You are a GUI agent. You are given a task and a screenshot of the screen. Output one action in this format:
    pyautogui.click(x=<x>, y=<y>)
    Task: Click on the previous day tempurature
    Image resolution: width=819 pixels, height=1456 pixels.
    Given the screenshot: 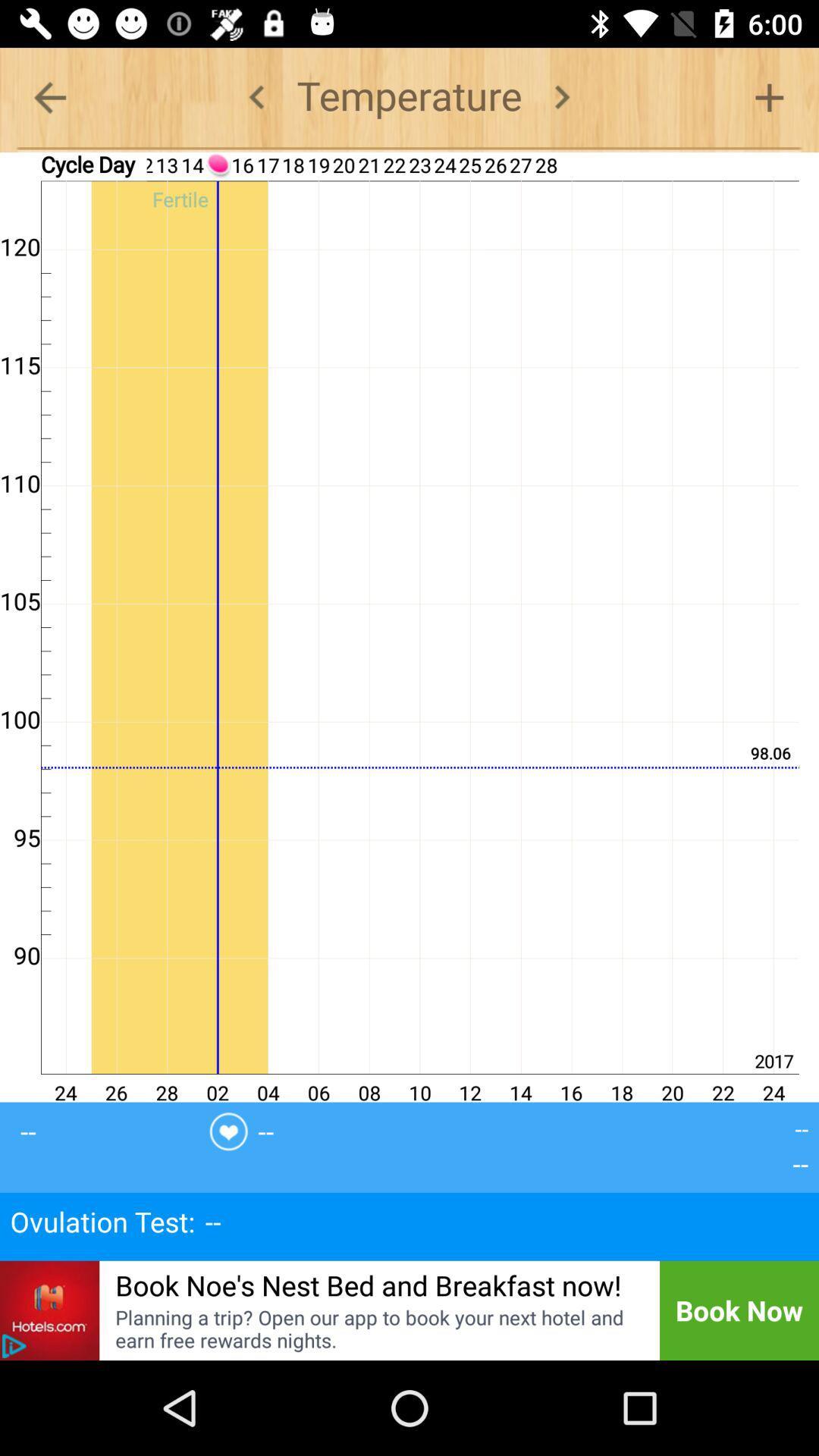 What is the action you would take?
    pyautogui.click(x=256, y=96)
    